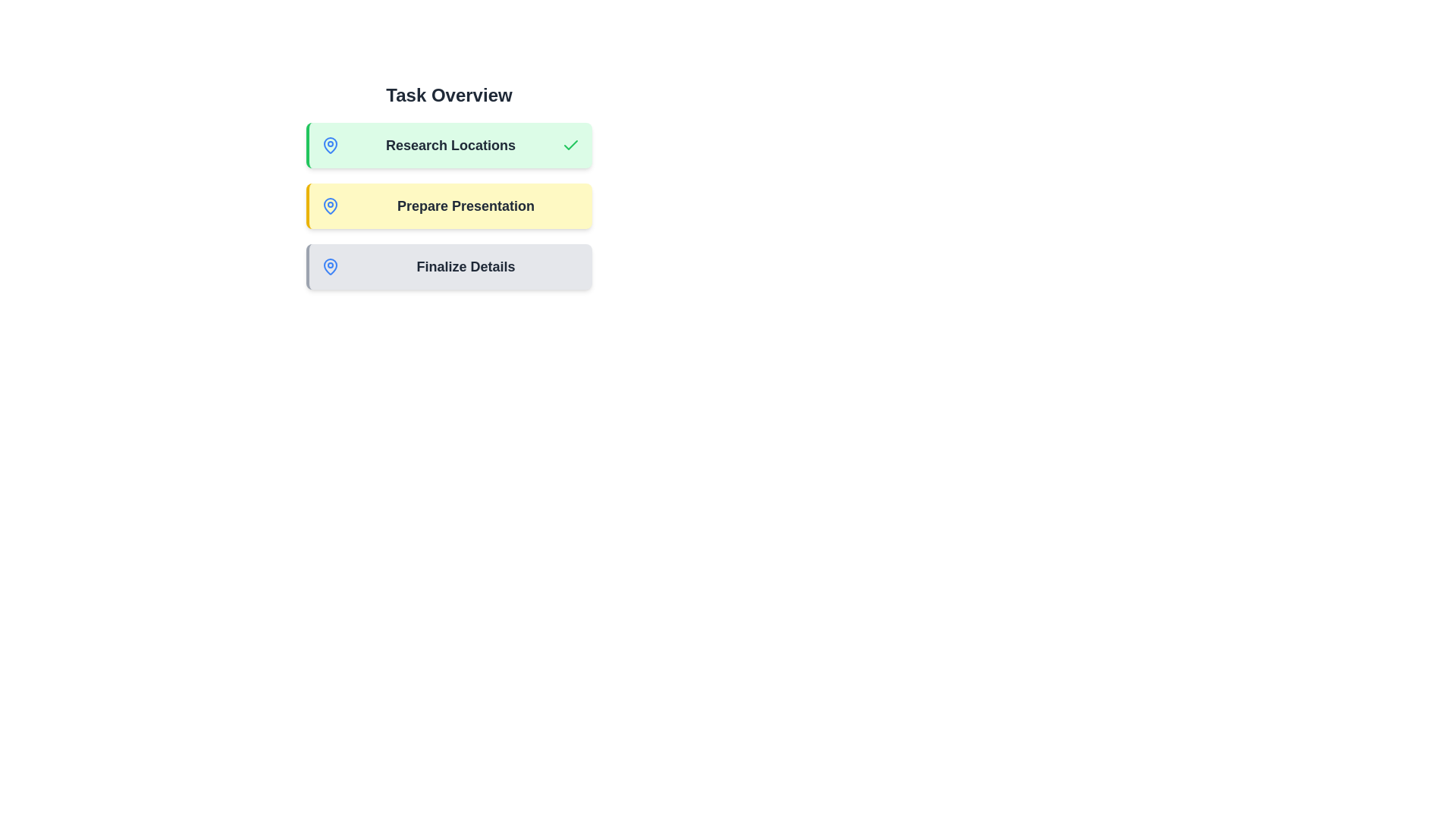  I want to click on the task chip corresponding to Finalize Details, so click(448, 265).